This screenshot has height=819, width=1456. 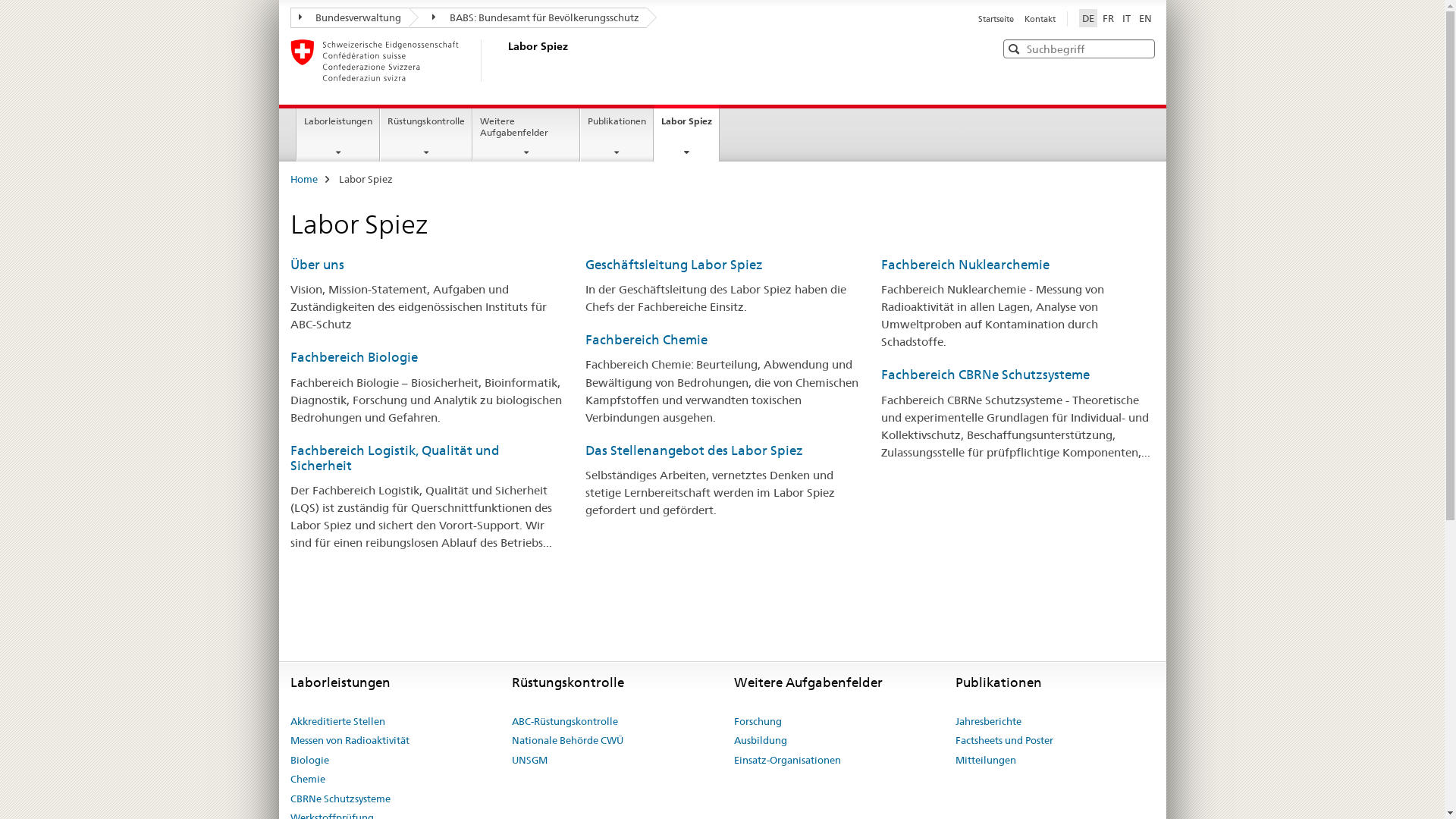 What do you see at coordinates (352, 356) in the screenshot?
I see `'Fachbereich Biologie'` at bounding box center [352, 356].